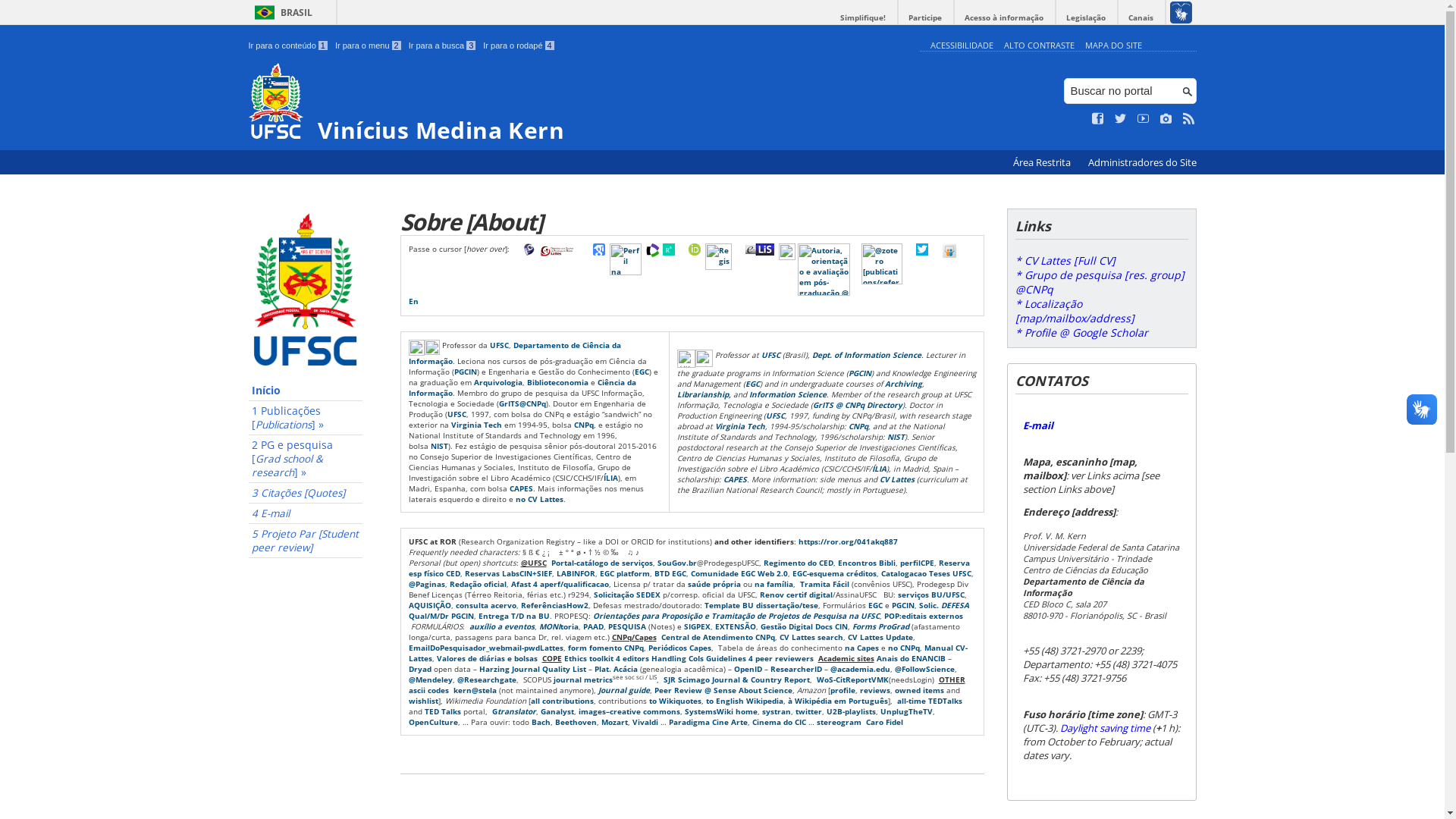  Describe the element at coordinates (759, 657) in the screenshot. I see `'Guidelines 4 peer reviewers'` at that location.